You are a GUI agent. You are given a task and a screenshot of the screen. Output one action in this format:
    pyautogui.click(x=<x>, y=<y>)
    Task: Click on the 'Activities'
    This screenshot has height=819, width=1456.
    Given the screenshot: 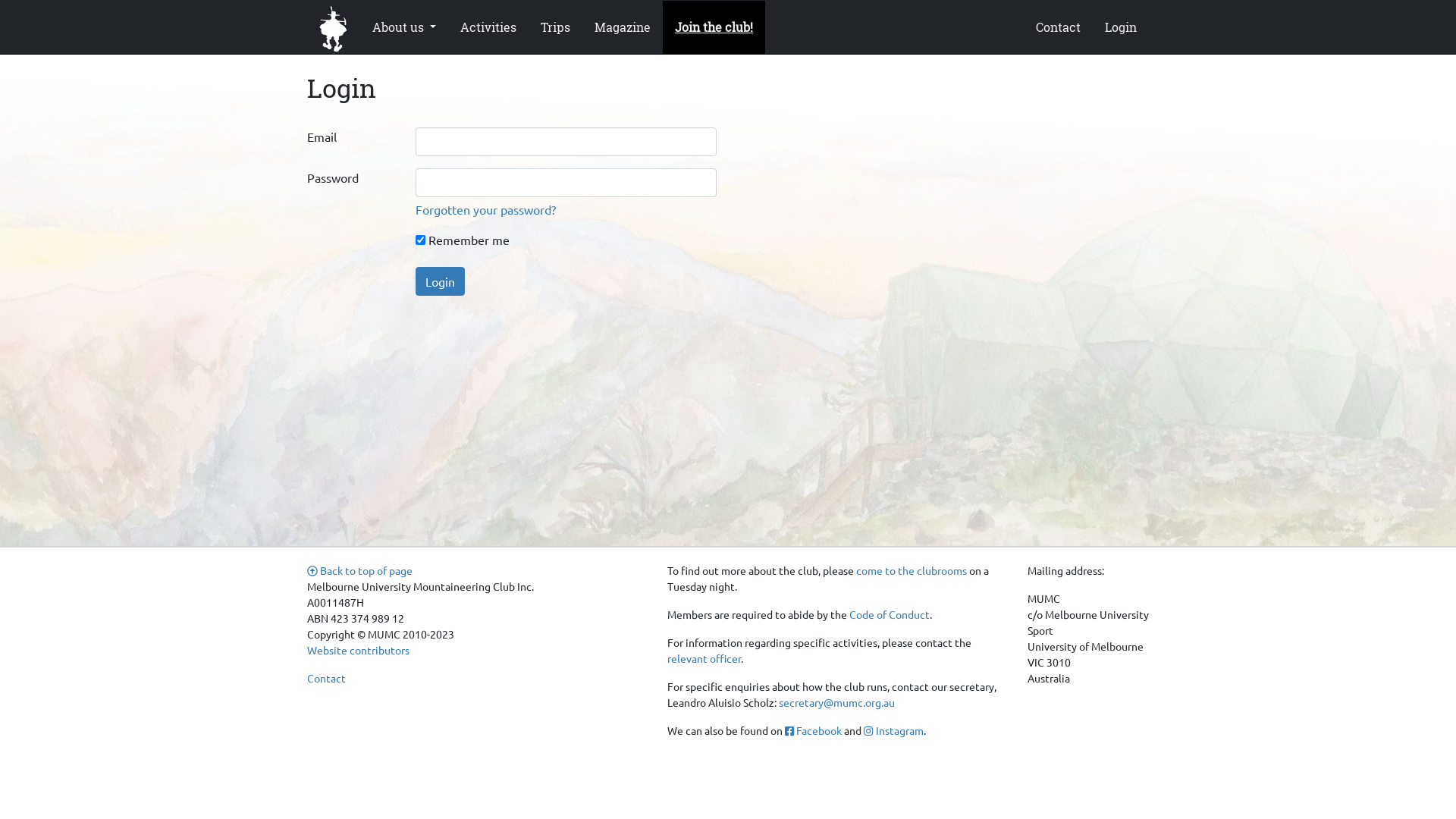 What is the action you would take?
    pyautogui.click(x=488, y=26)
    